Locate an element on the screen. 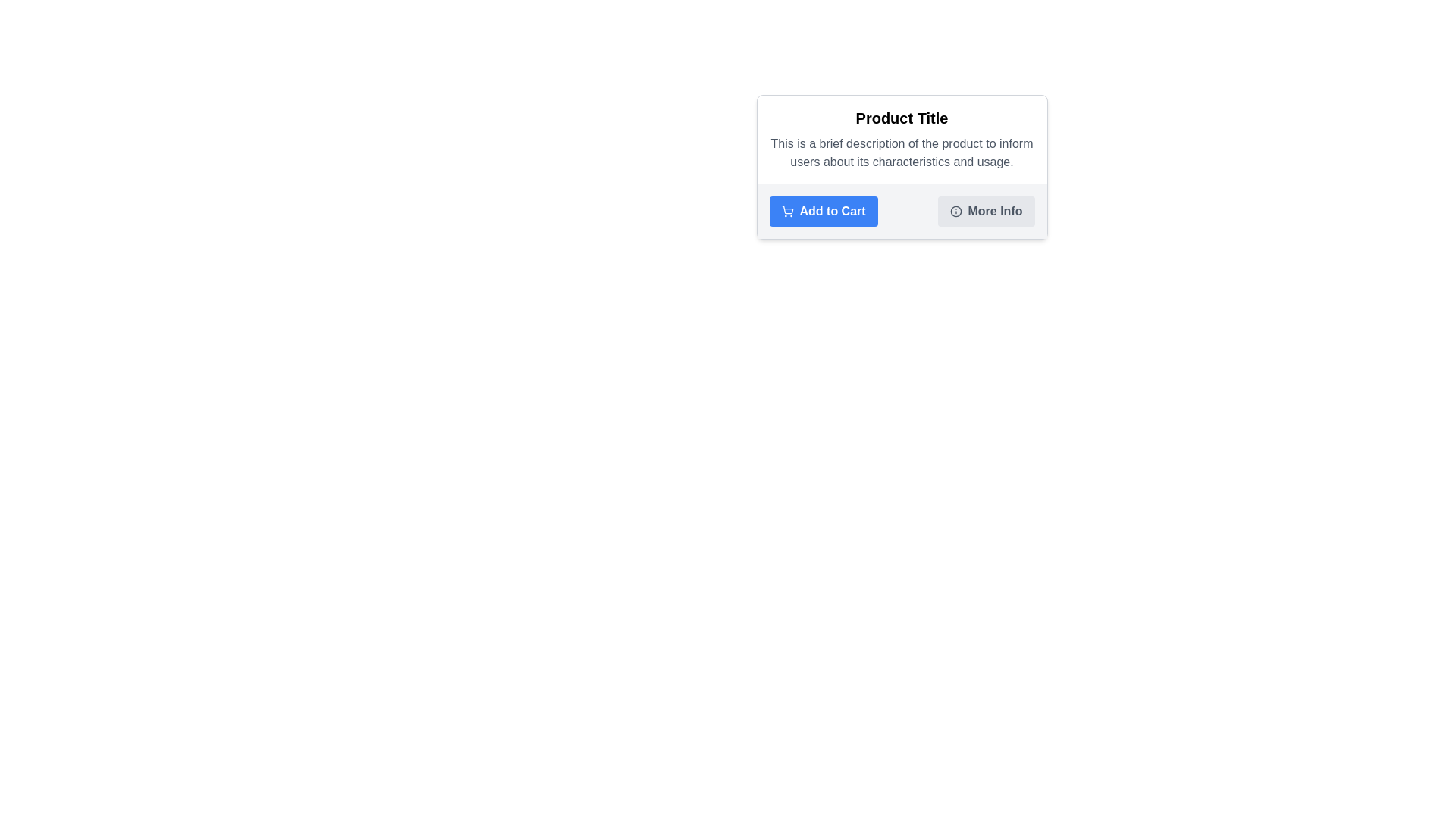 The height and width of the screenshot is (819, 1456). the shopping cart icon within the 'Add to Cart' button, which is styled with a blue background and white fill, located to the left of the button's text label is located at coordinates (787, 211).